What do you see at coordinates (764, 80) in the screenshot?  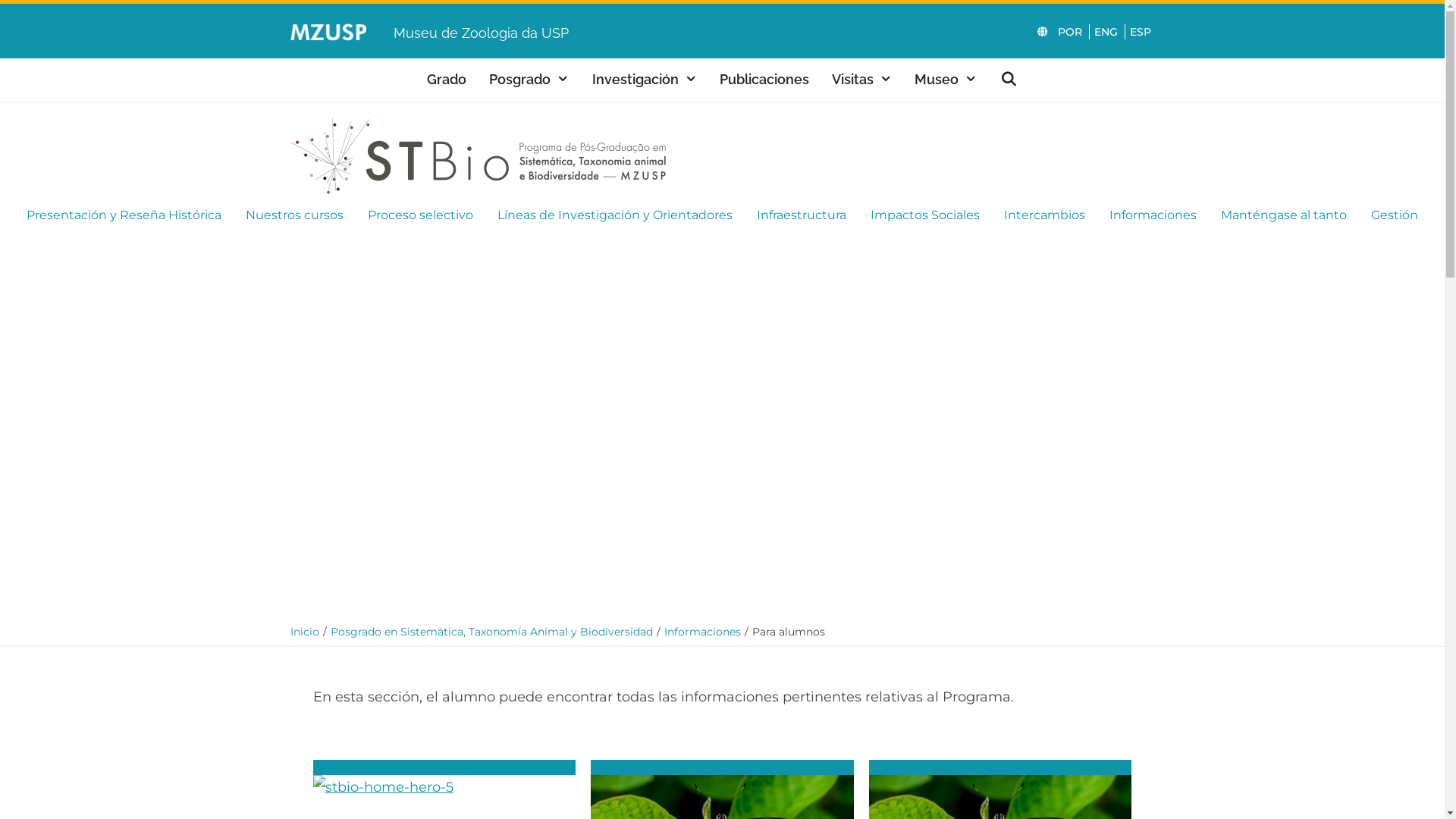 I see `'Publicaciones'` at bounding box center [764, 80].